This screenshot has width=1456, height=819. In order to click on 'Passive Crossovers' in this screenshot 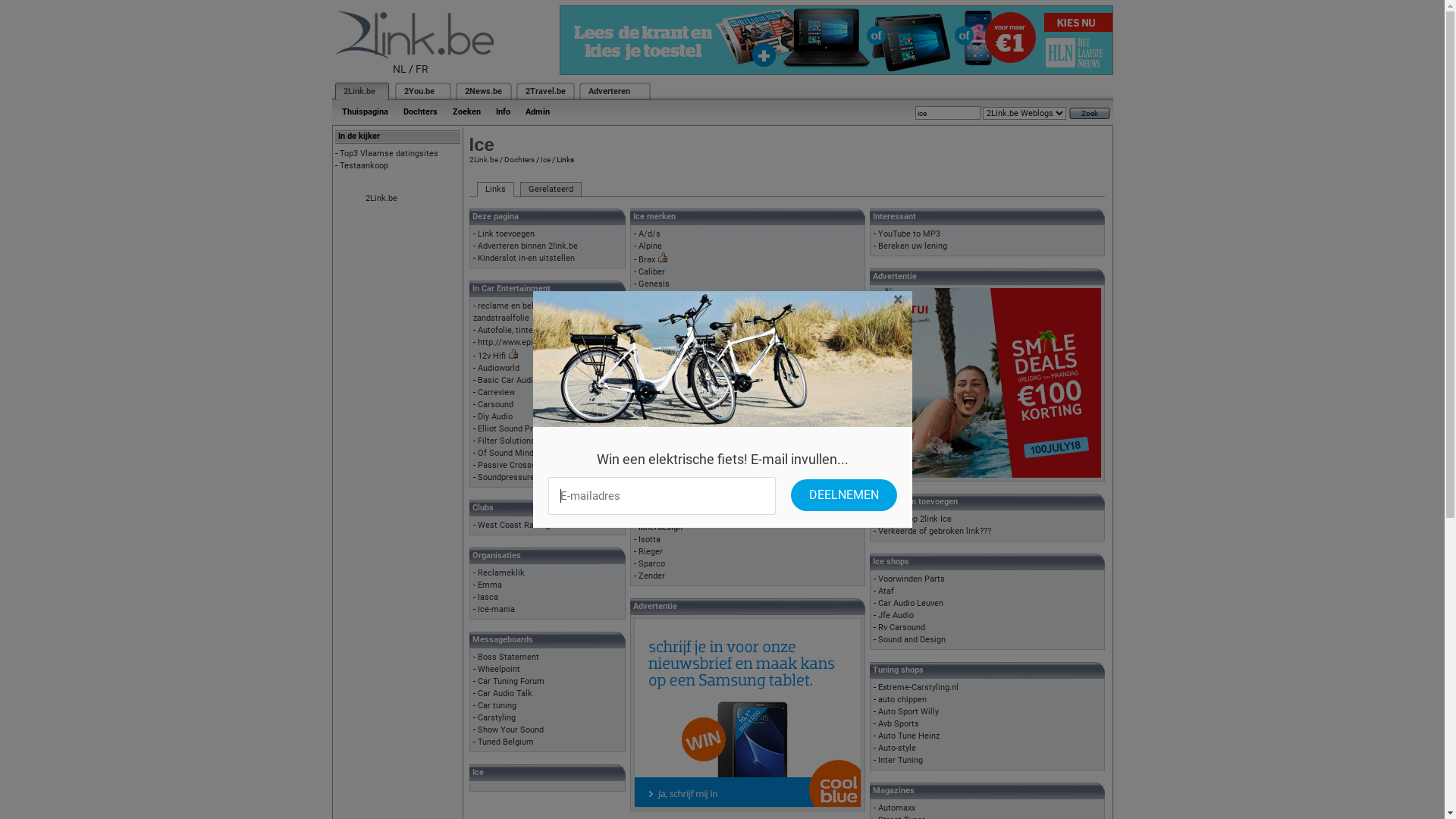, I will do `click(514, 464)`.